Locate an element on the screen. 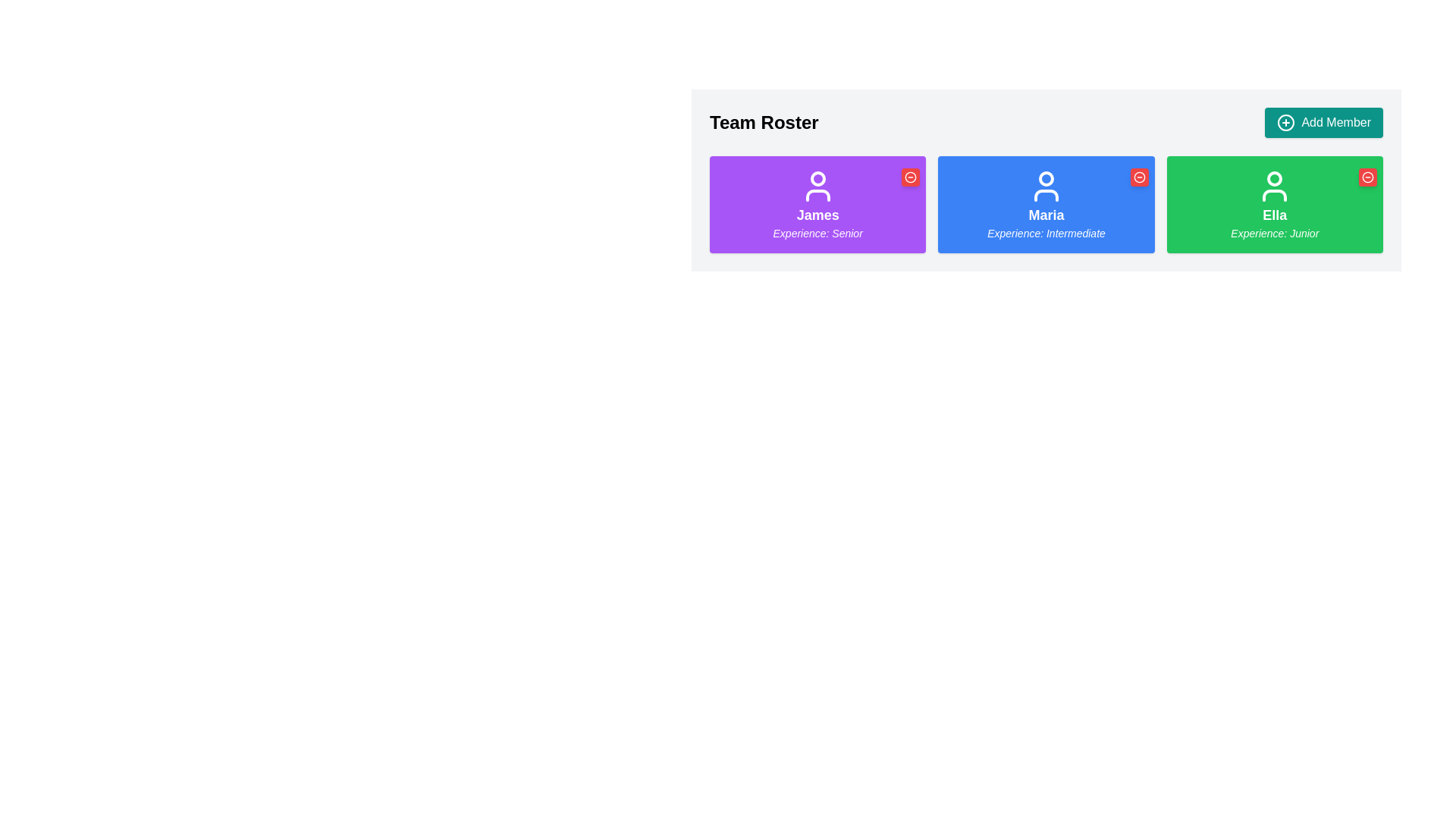  the button located in the upper-right corner of the card labeled 'Maria' to possibly trigger a tooltip is located at coordinates (1139, 177).